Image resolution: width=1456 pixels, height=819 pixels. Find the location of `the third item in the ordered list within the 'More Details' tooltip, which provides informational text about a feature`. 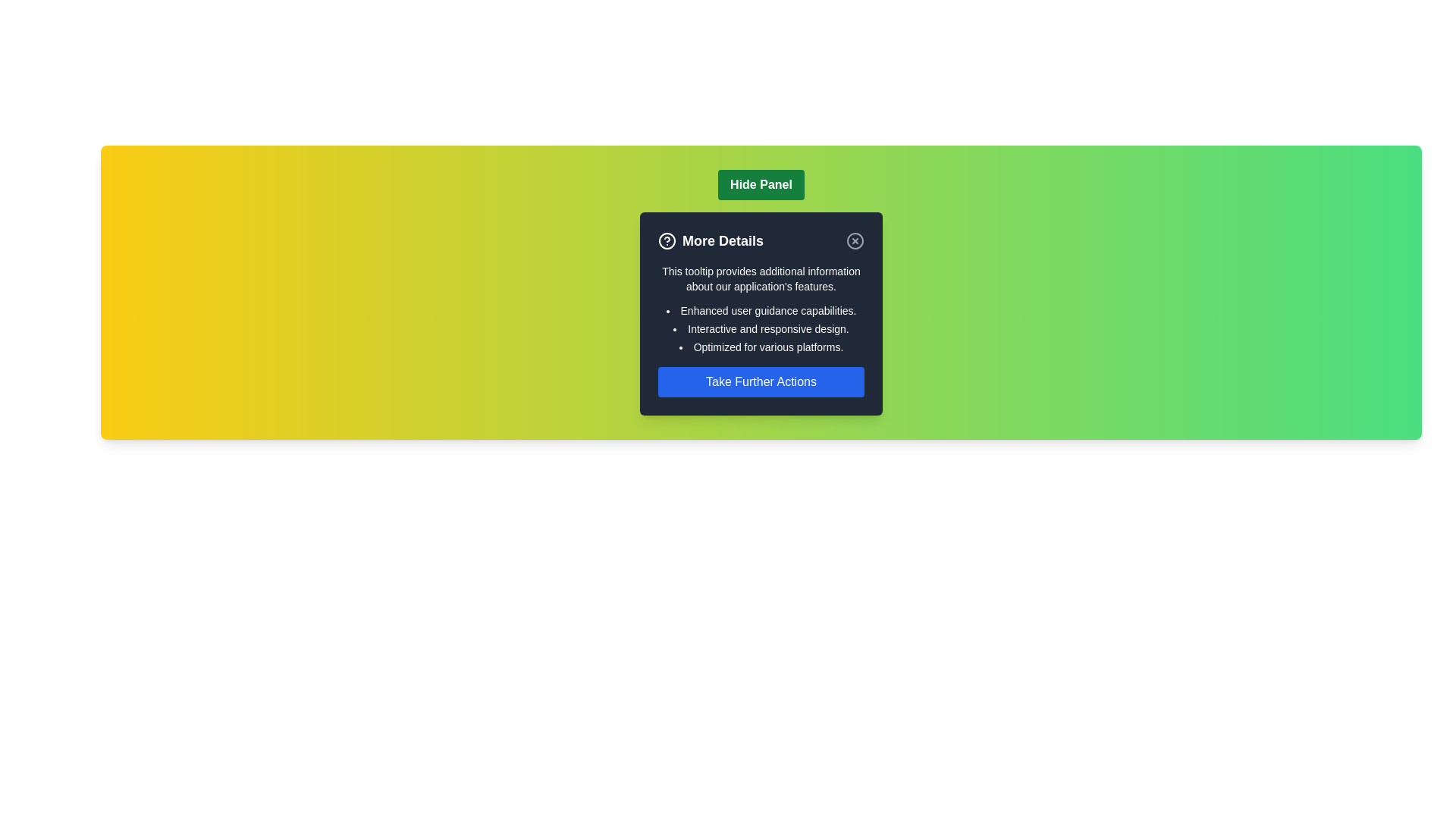

the third item in the ordered list within the 'More Details' tooltip, which provides informational text about a feature is located at coordinates (761, 347).